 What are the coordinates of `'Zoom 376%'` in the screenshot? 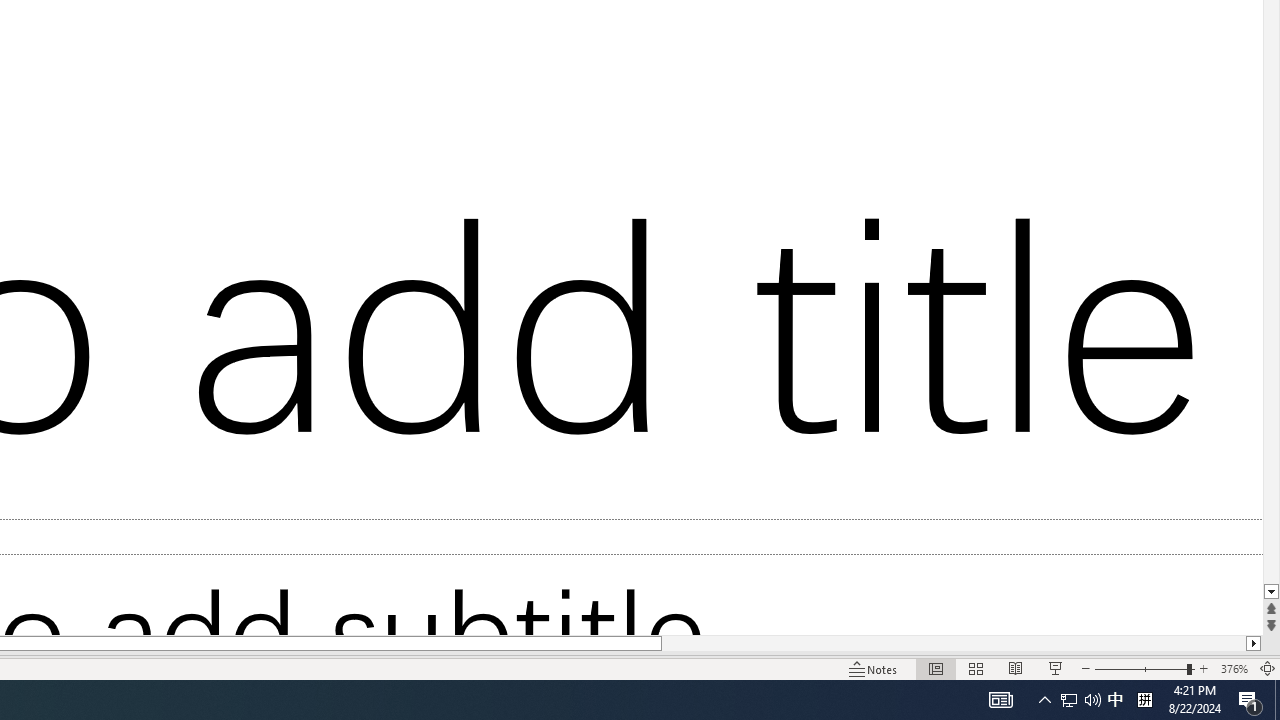 It's located at (1233, 669).